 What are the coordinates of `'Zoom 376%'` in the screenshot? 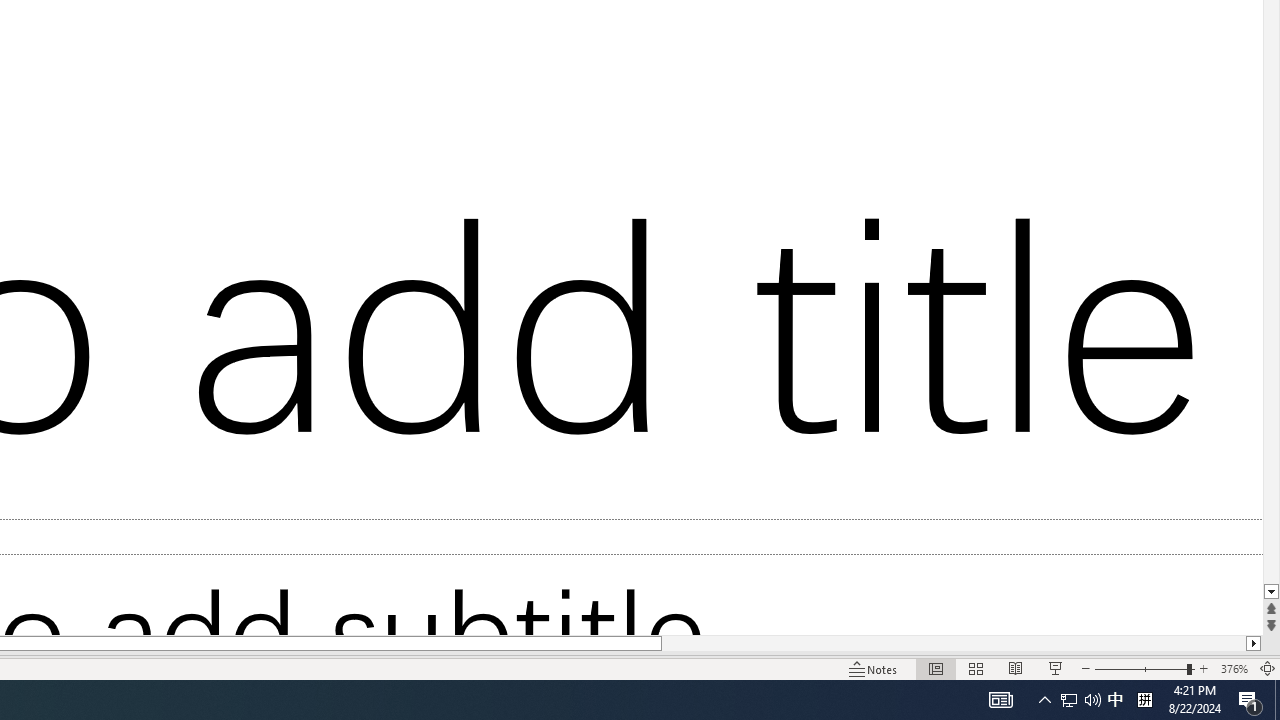 It's located at (1233, 669).